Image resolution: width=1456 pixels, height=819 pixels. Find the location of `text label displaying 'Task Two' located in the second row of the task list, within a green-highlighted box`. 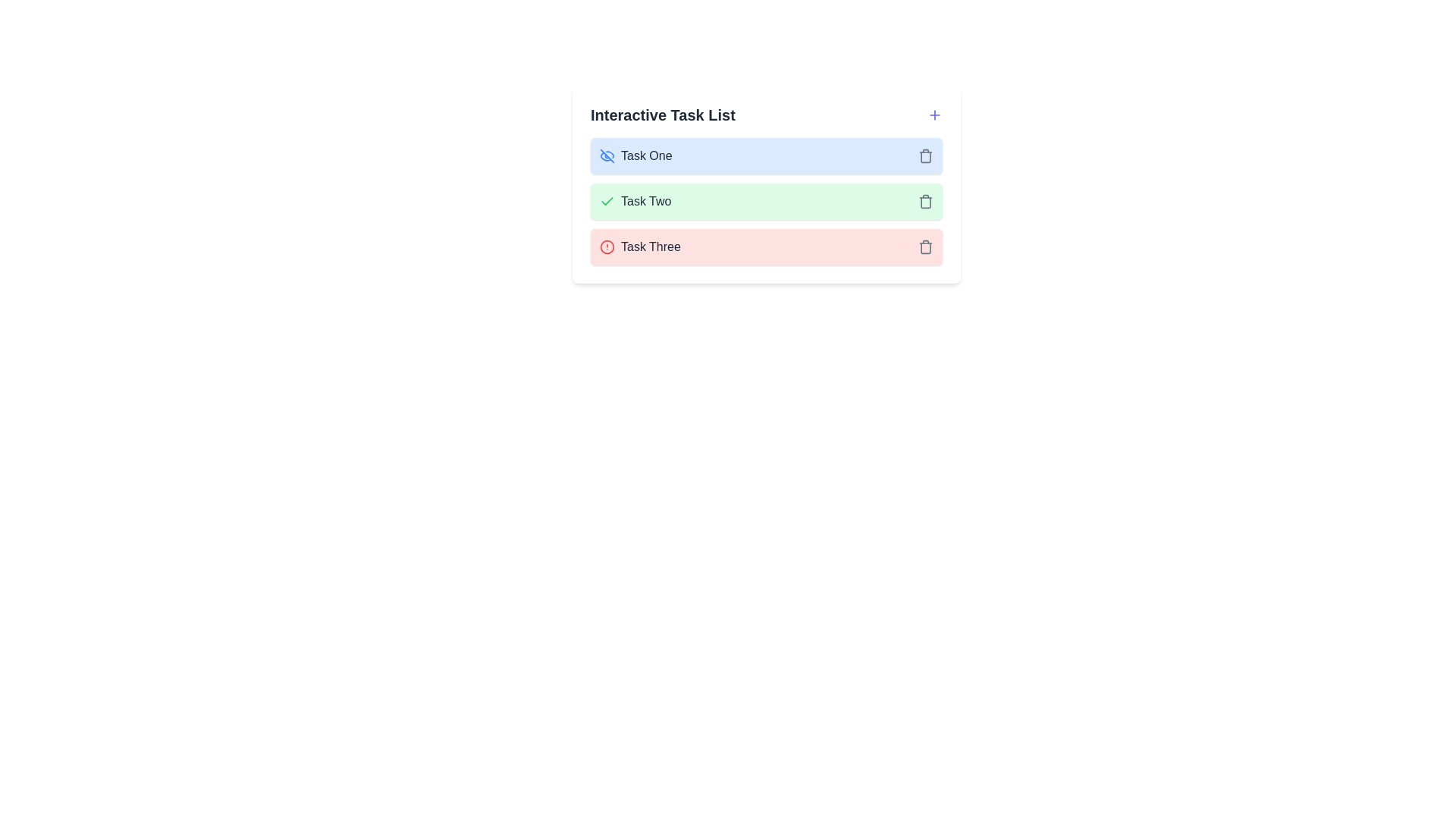

text label displaying 'Task Two' located in the second row of the task list, within a green-highlighted box is located at coordinates (646, 201).